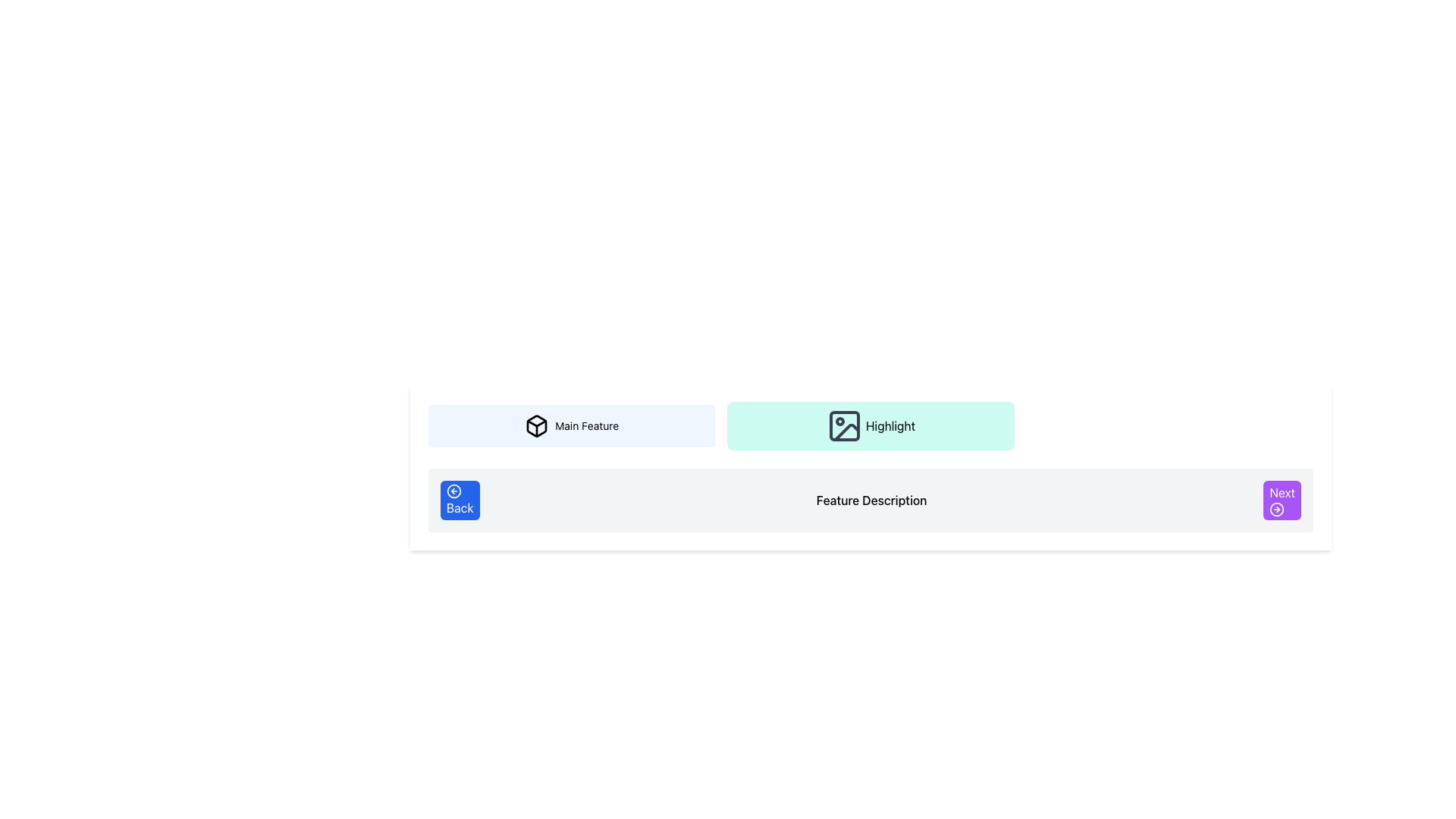 This screenshot has height=819, width=1456. Describe the element at coordinates (843, 426) in the screenshot. I see `the 'Highlight' feature button` at that location.